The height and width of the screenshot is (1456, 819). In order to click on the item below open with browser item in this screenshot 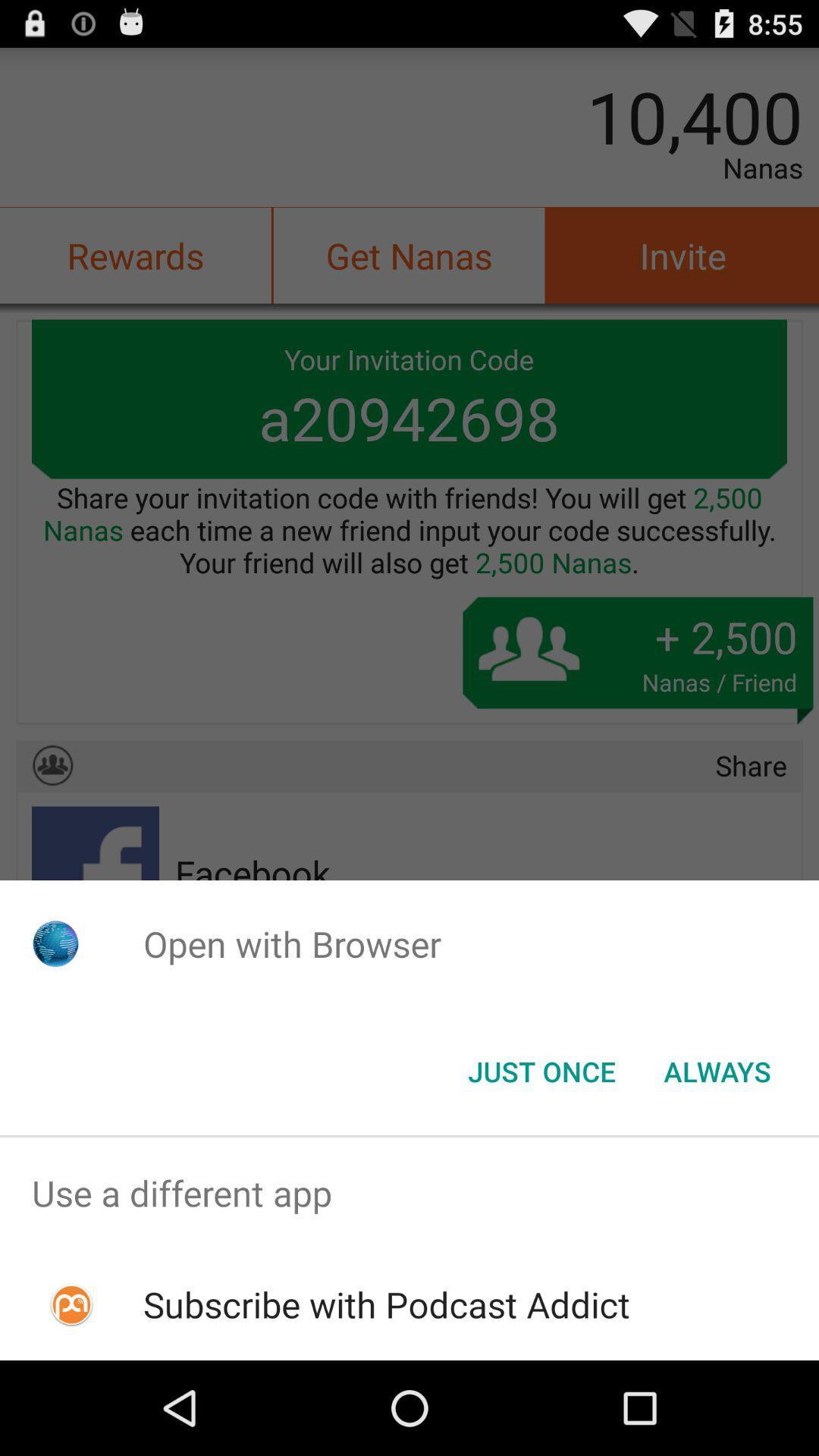, I will do `click(541, 1070)`.